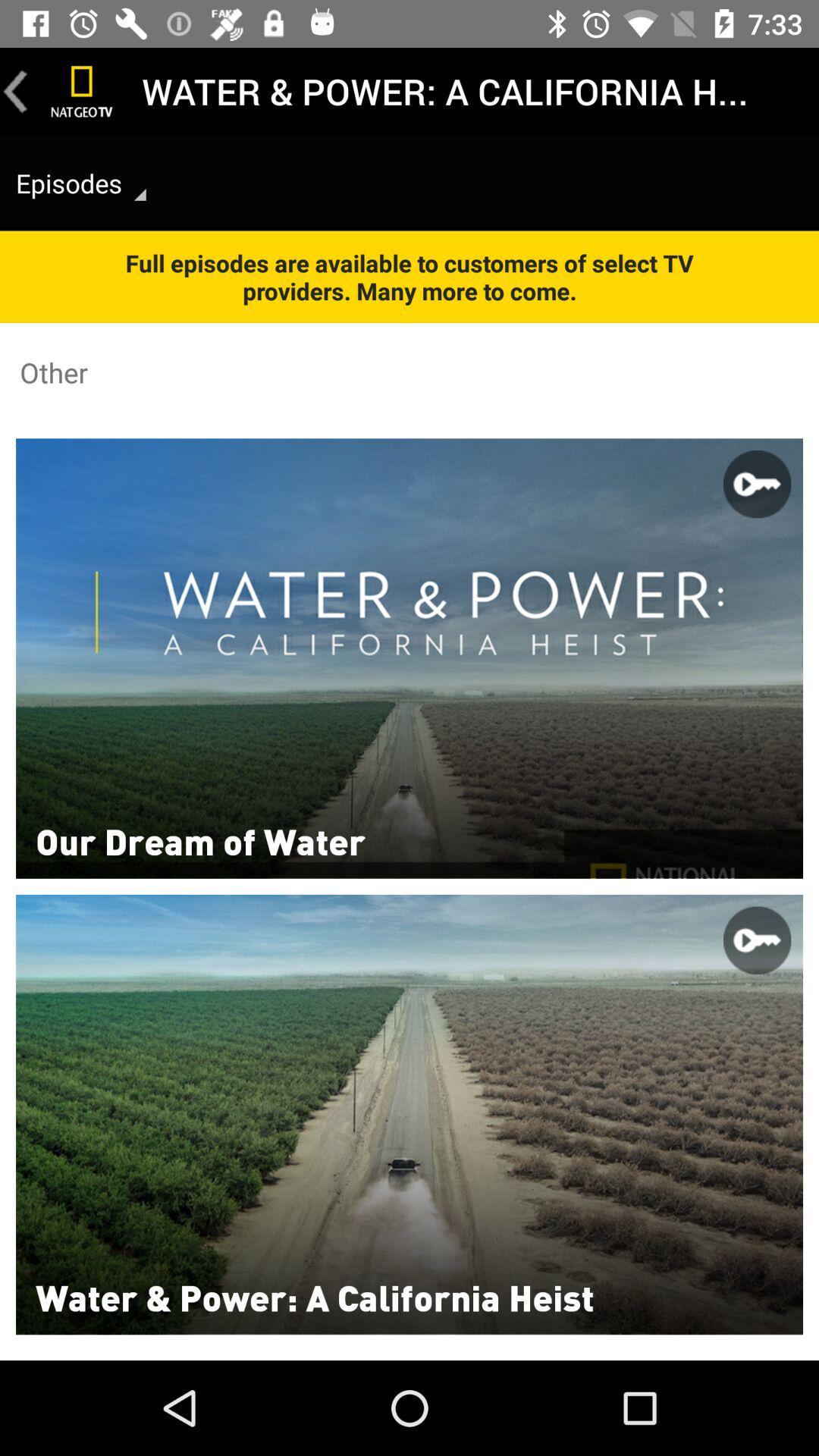 This screenshot has width=819, height=1456. I want to click on go back, so click(15, 90).